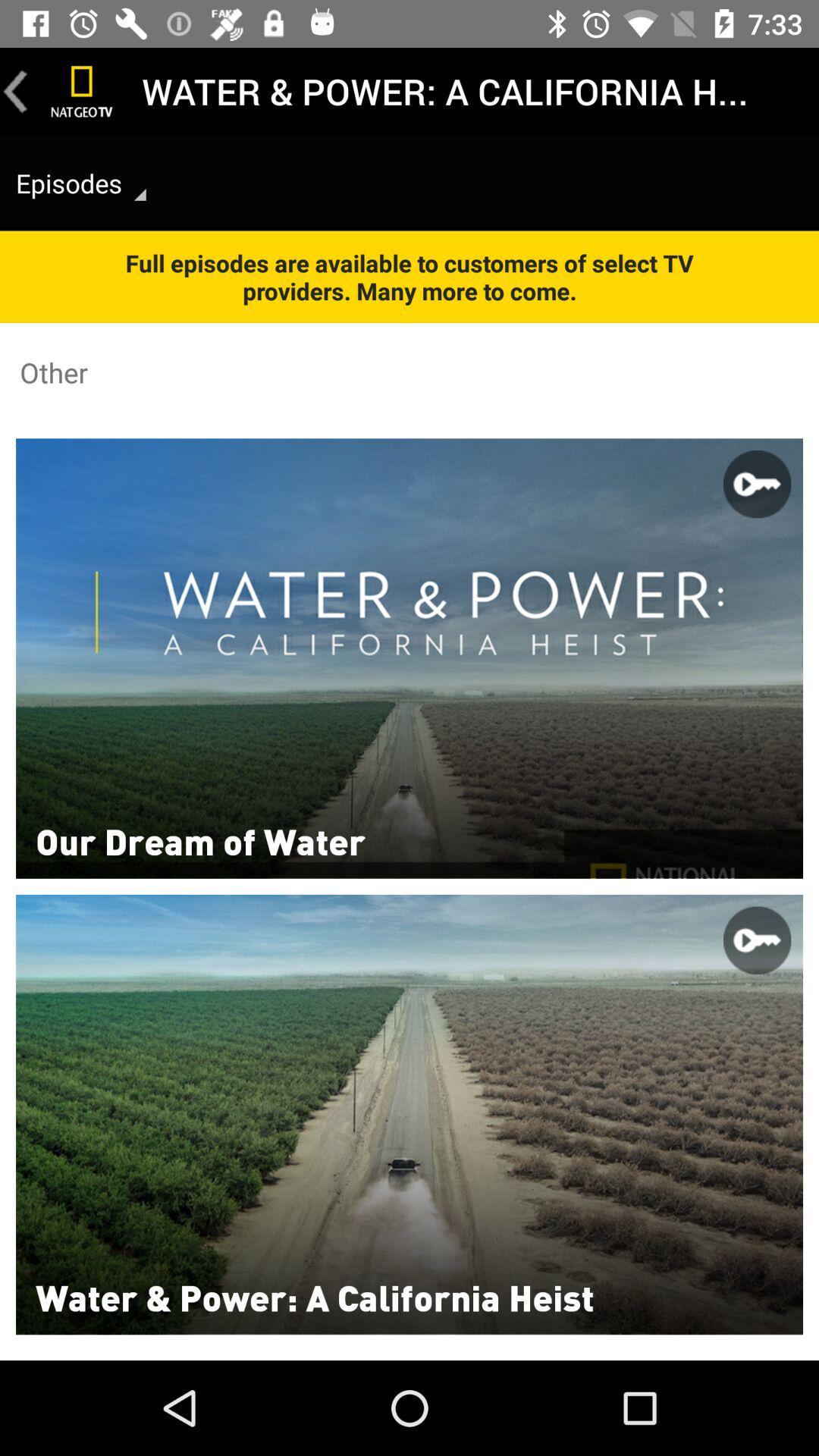 This screenshot has width=819, height=1456. I want to click on go back, so click(15, 90).